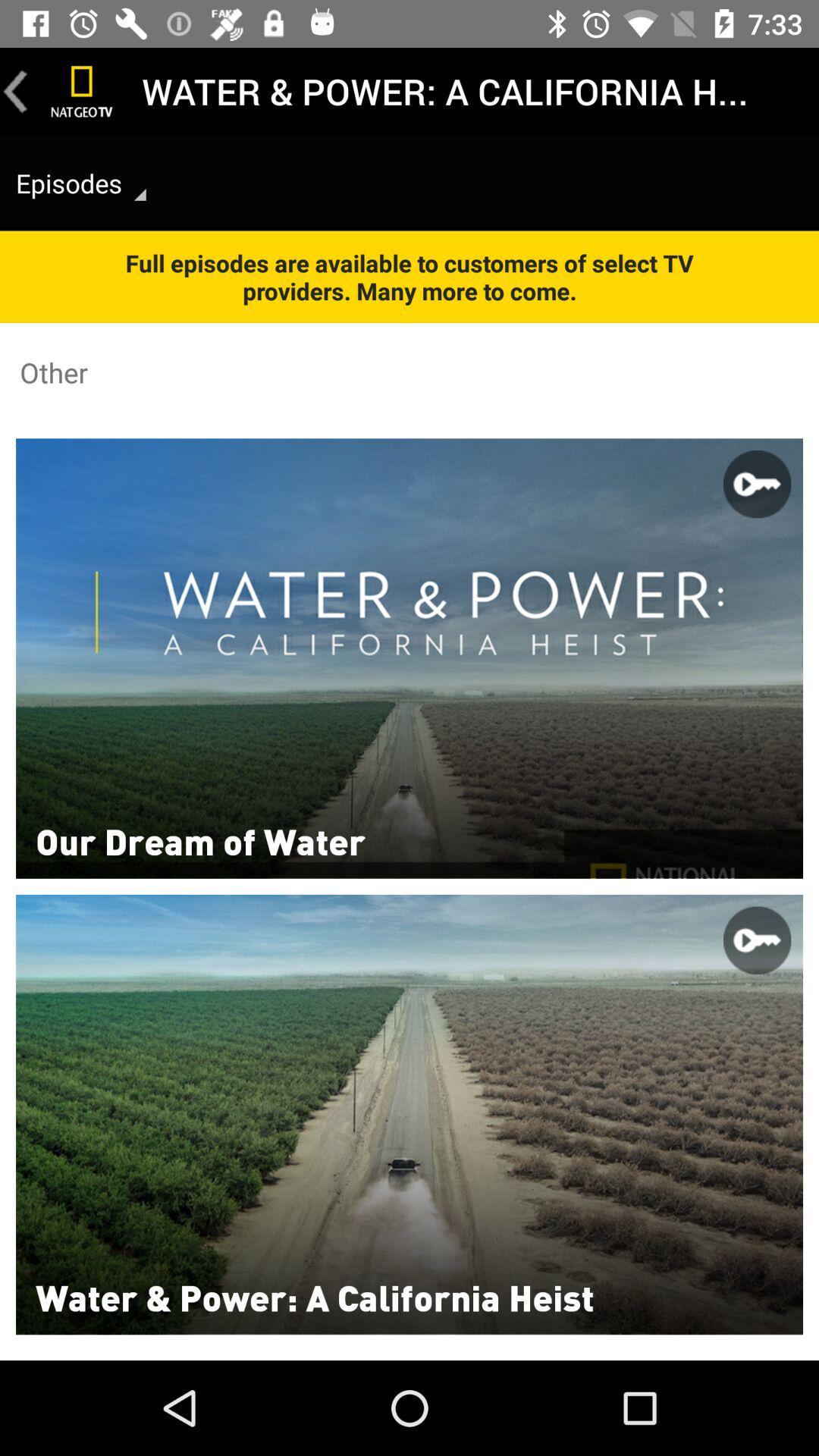 This screenshot has width=819, height=1456. I want to click on go back, so click(15, 90).